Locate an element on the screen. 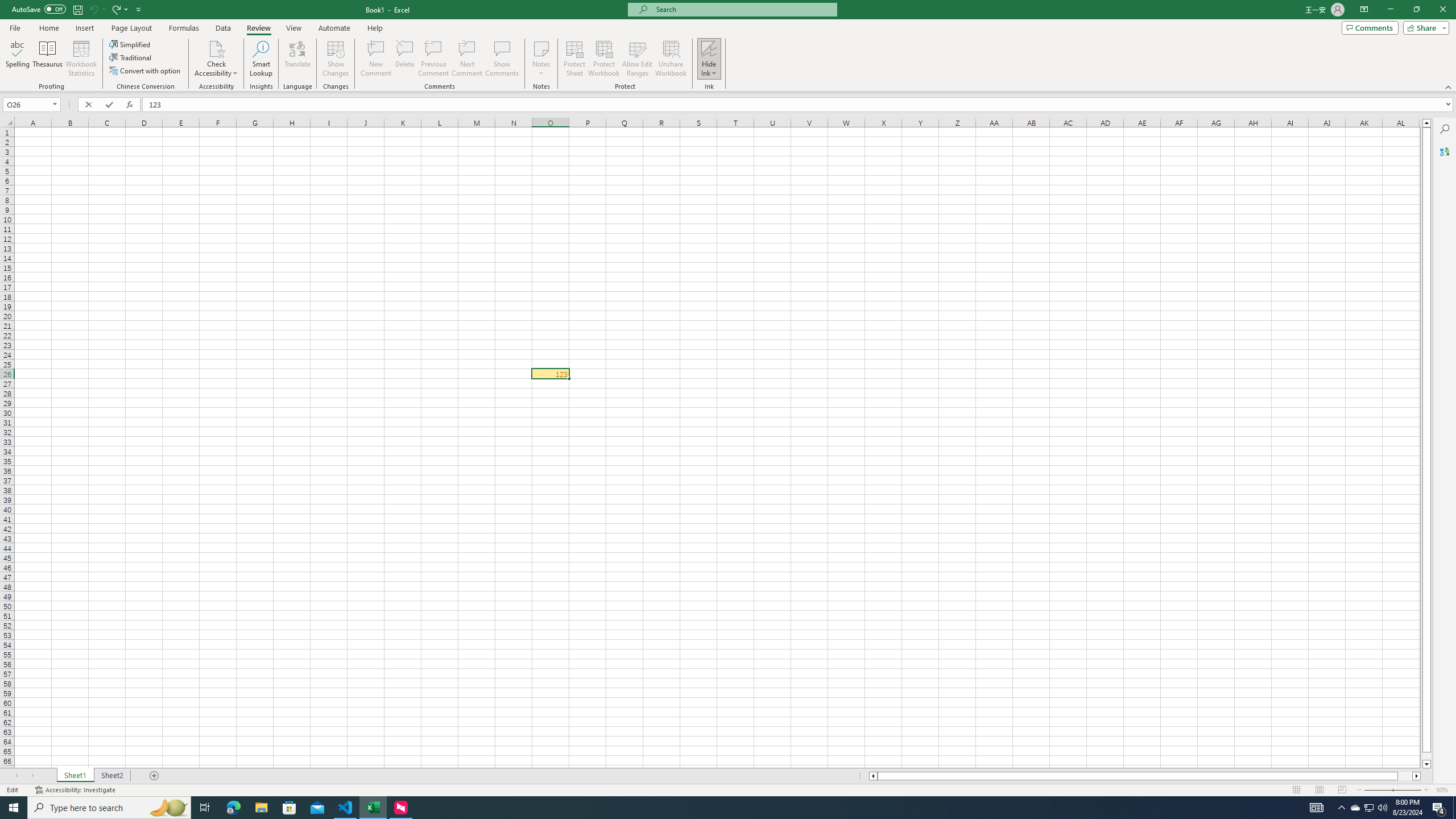  'Zoom In' is located at coordinates (1426, 790).